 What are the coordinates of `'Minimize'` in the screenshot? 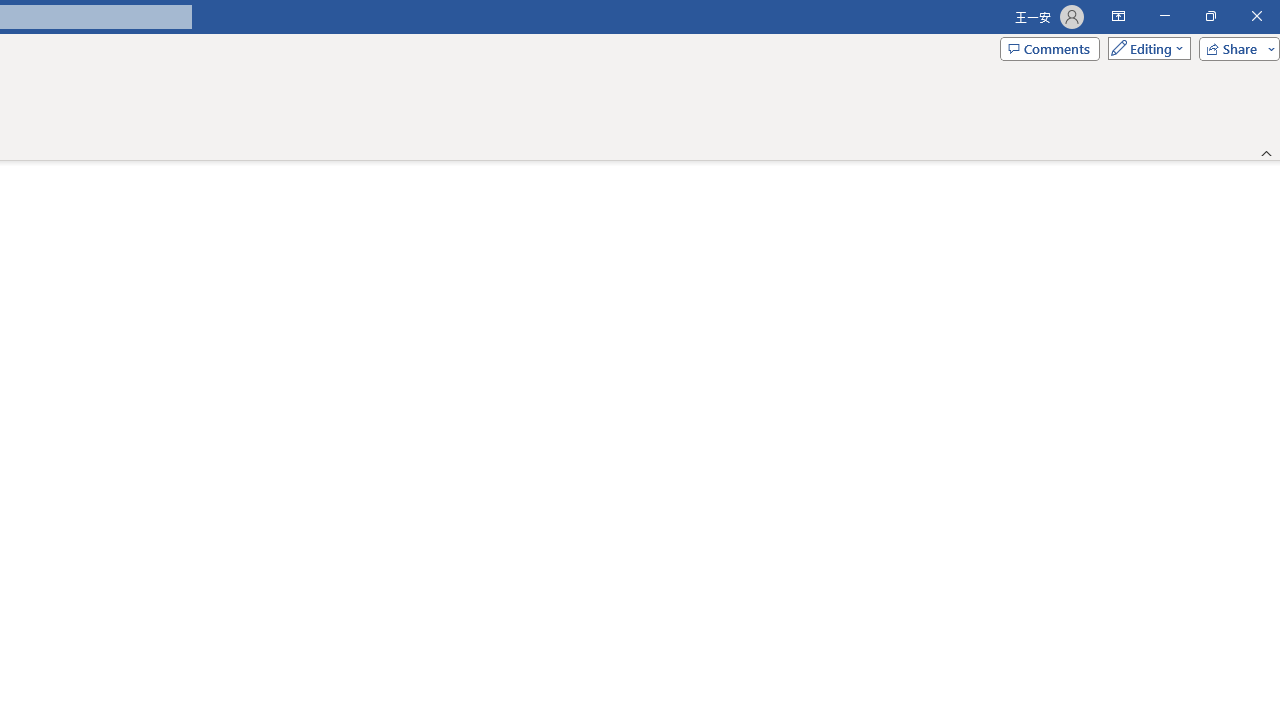 It's located at (1164, 16).